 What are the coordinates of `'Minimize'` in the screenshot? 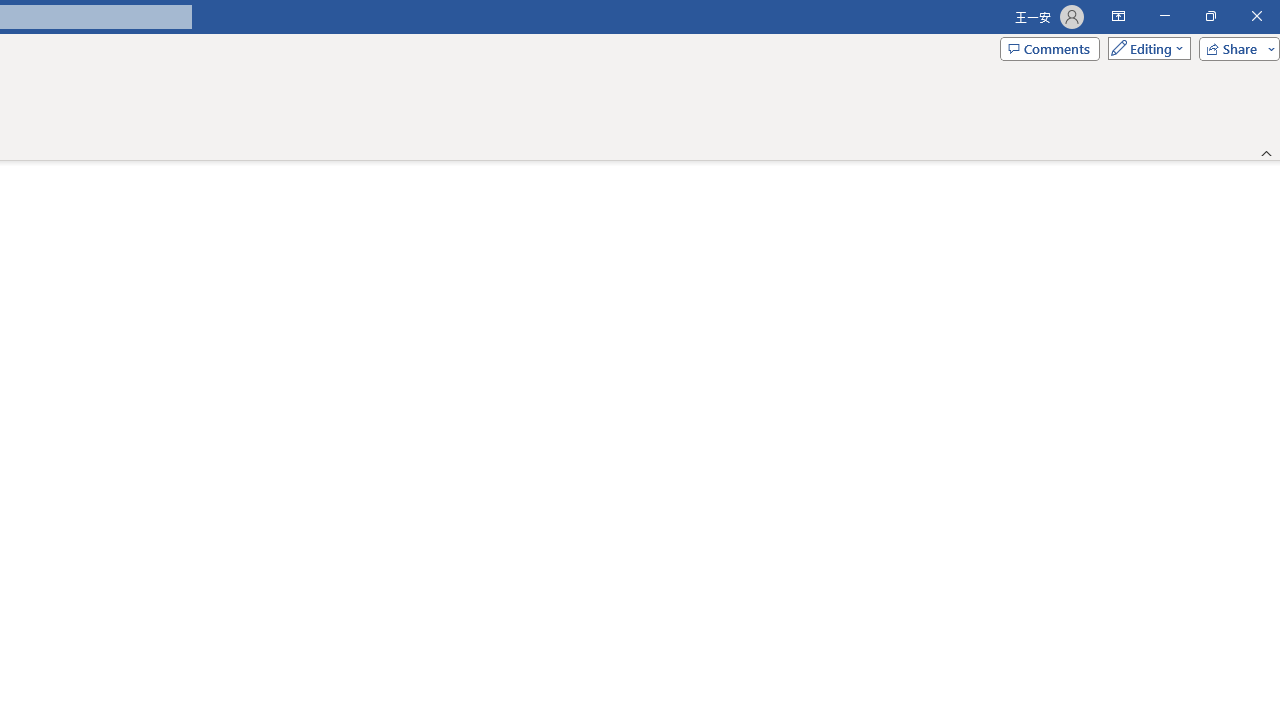 It's located at (1164, 16).